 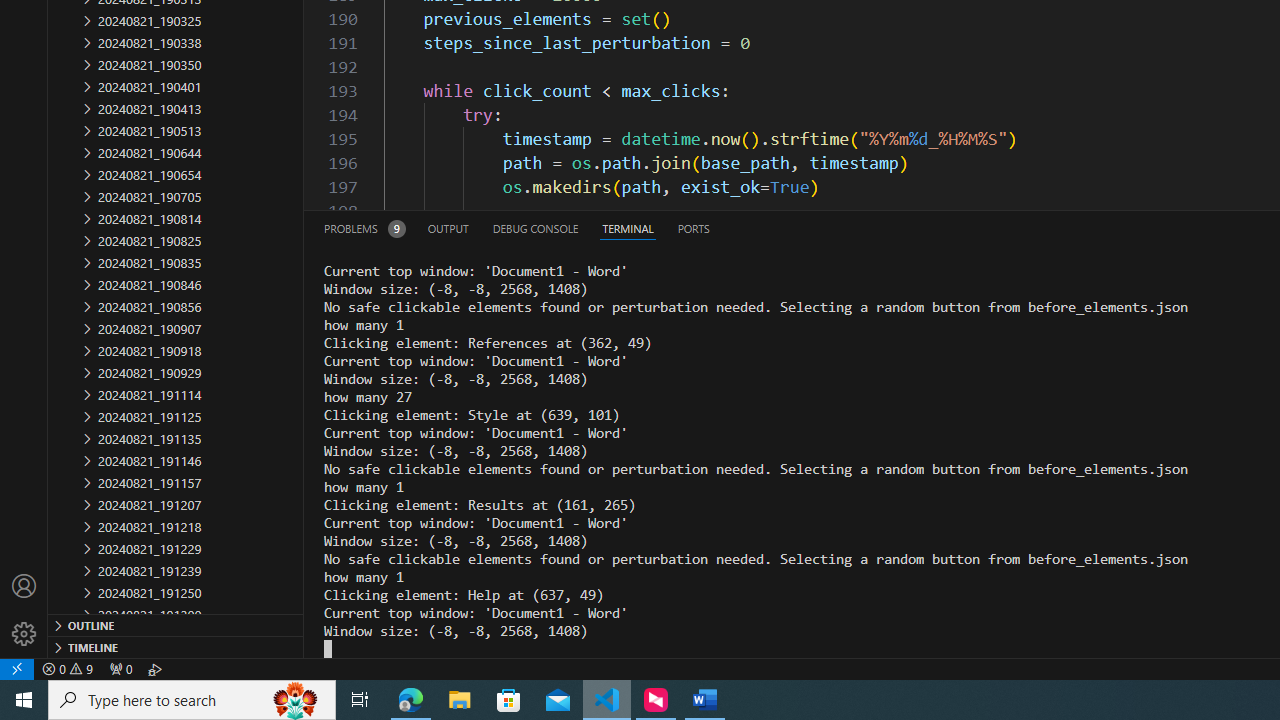 I want to click on 'Outline Section', so click(x=176, y=623).